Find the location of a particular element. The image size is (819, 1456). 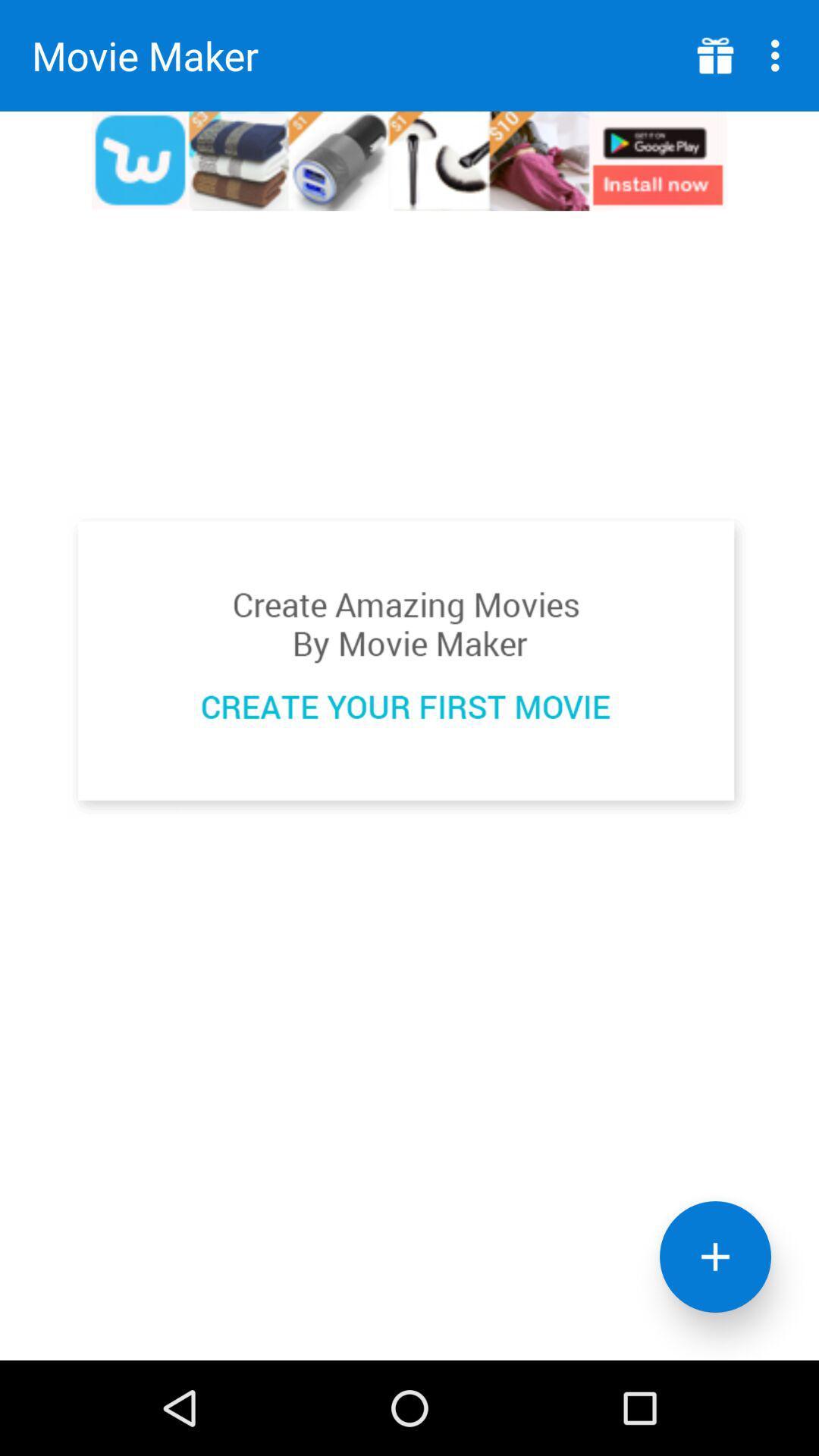

advertisement is located at coordinates (715, 55).